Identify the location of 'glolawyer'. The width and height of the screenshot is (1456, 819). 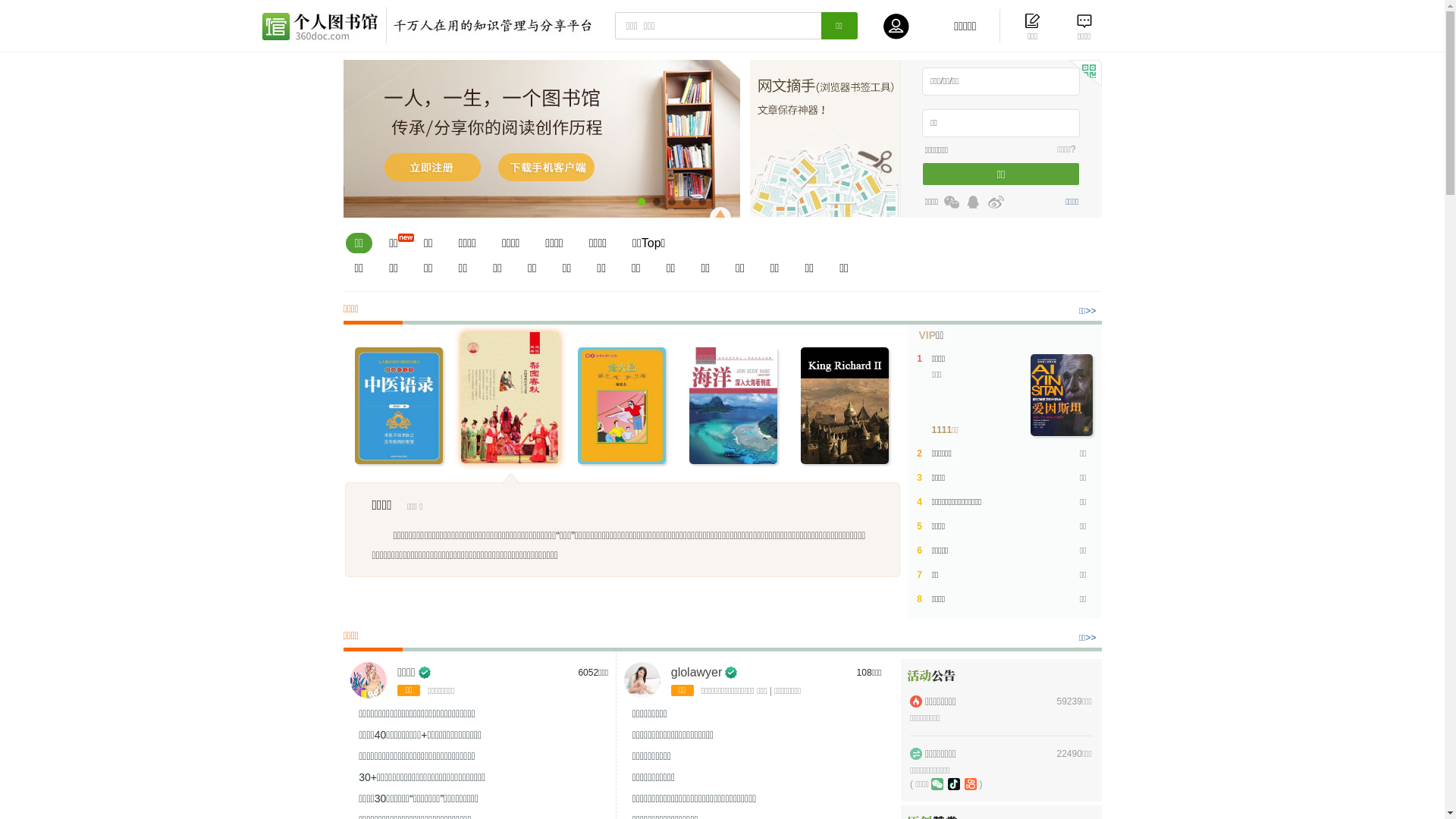
(695, 671).